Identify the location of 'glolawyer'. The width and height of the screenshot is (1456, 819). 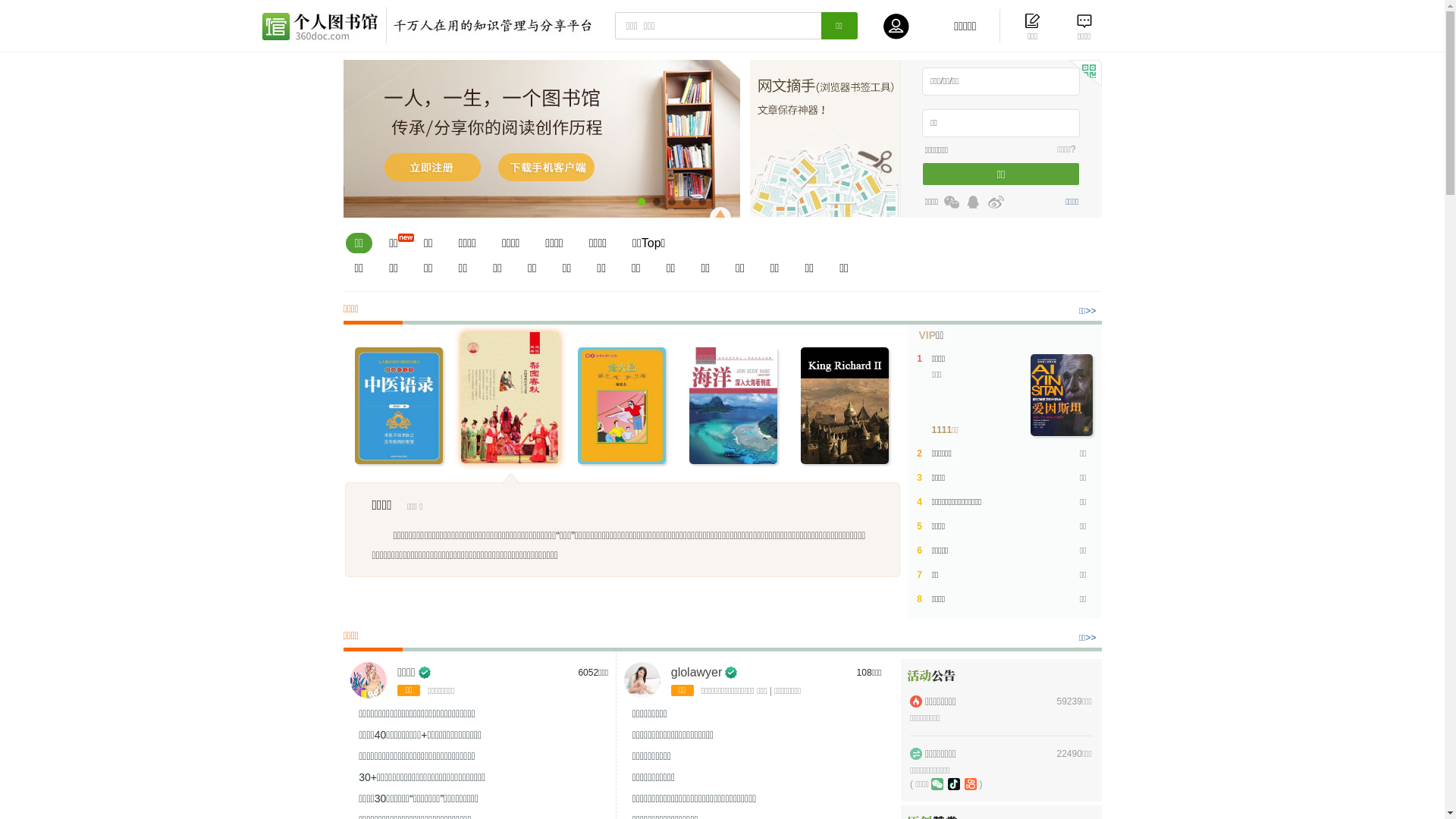
(695, 671).